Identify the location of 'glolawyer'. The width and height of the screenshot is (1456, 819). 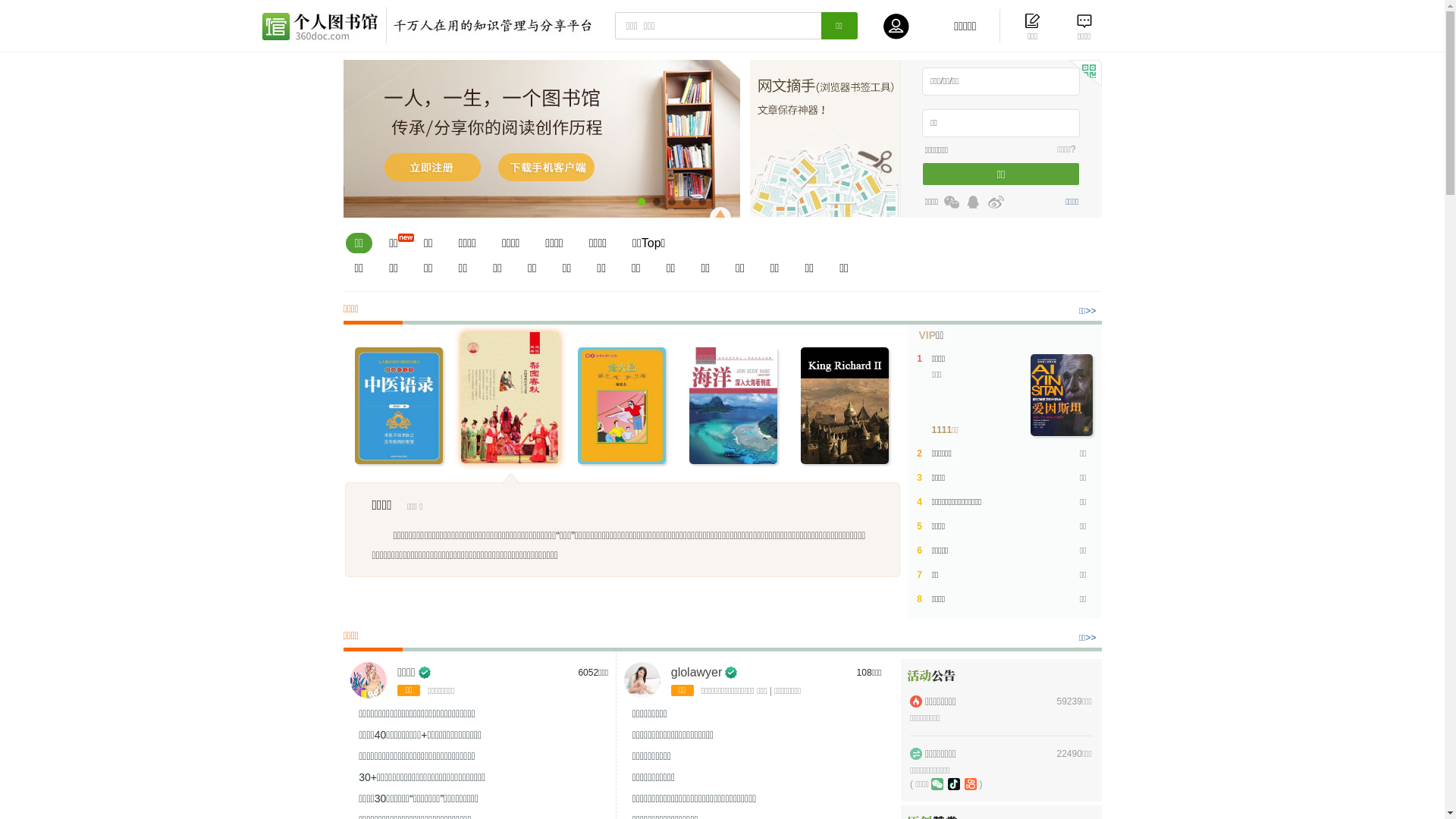
(695, 671).